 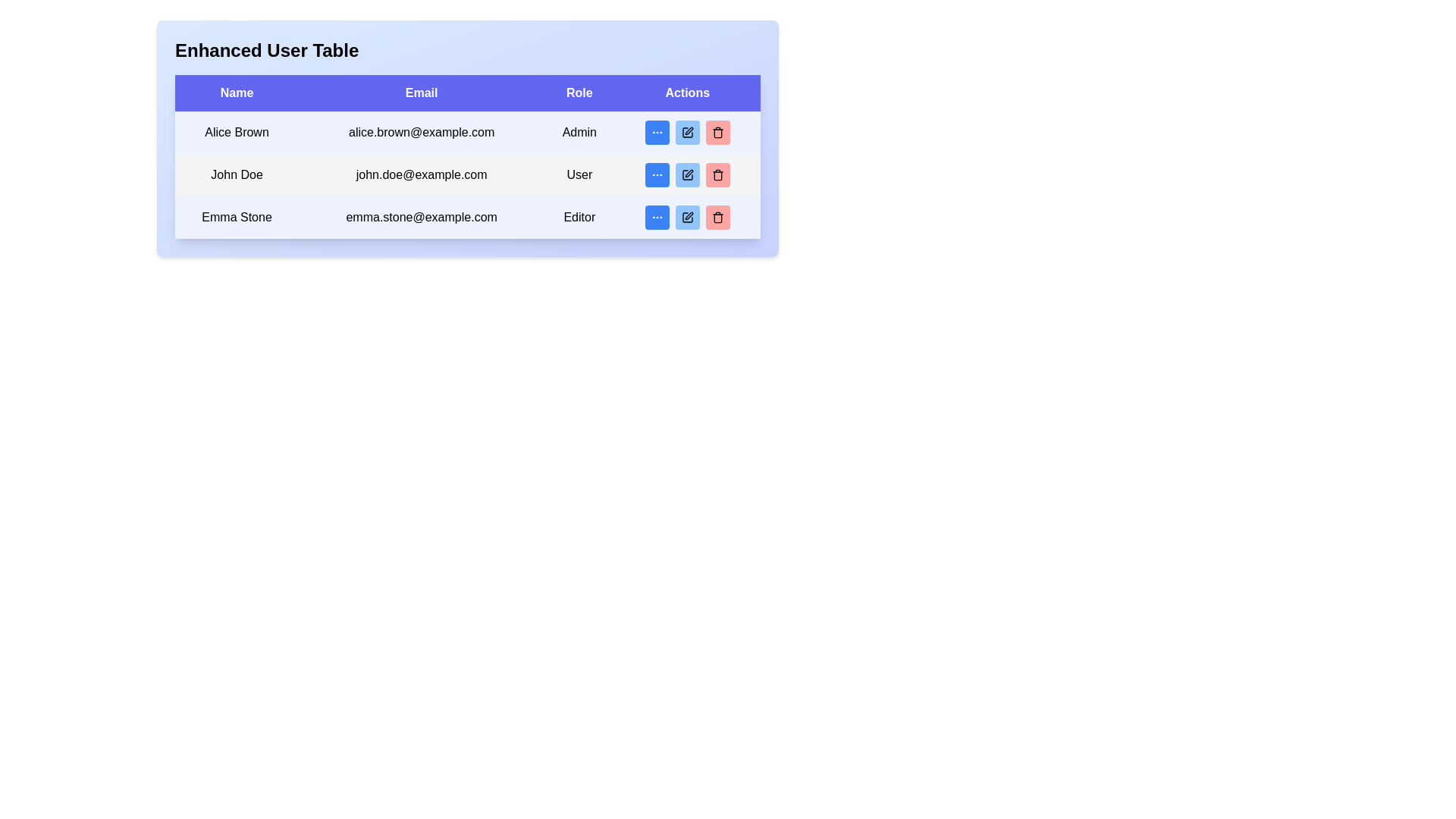 What do you see at coordinates (686, 217) in the screenshot?
I see `the edit button for 'Emma Stone' in the Actions column of the last row` at bounding box center [686, 217].